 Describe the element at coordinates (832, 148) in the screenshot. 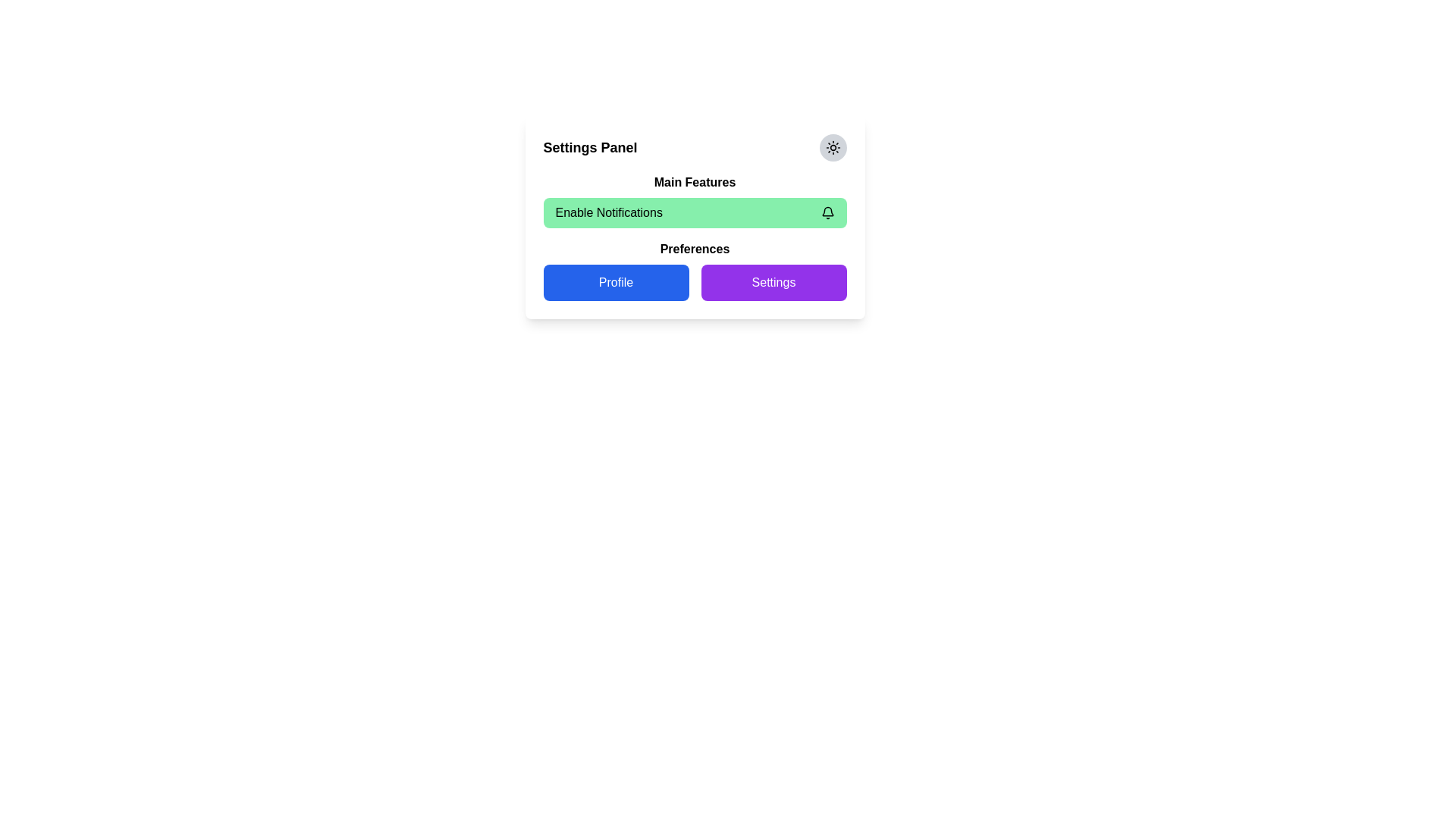

I see `the circular gray button with a sun-like icon located in the top-right corner of the Settings Panel` at that location.